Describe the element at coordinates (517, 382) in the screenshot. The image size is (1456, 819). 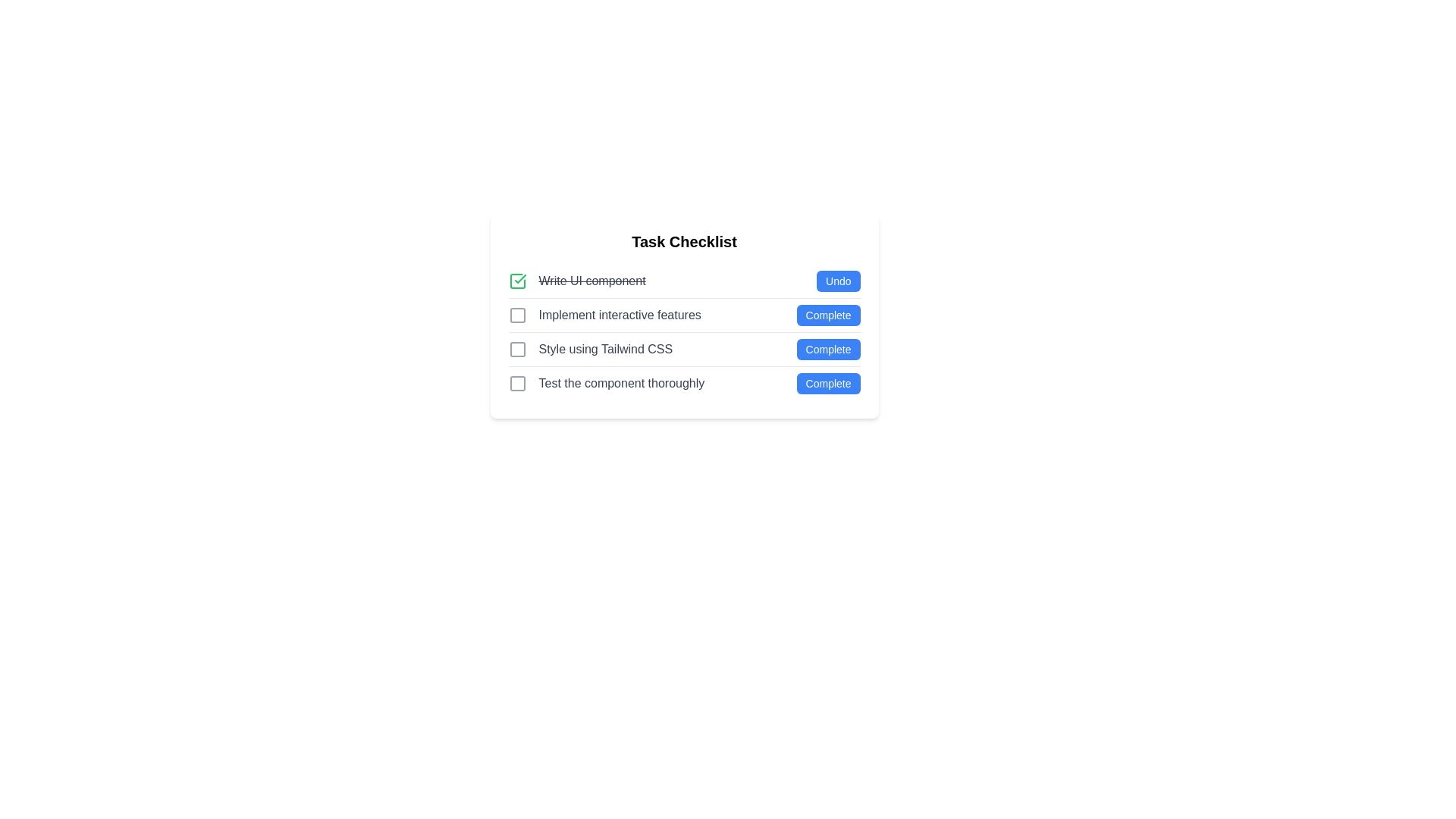
I see `the unselected checkbox element located next to the text 'Test the component thoroughly' in the checklist` at that location.